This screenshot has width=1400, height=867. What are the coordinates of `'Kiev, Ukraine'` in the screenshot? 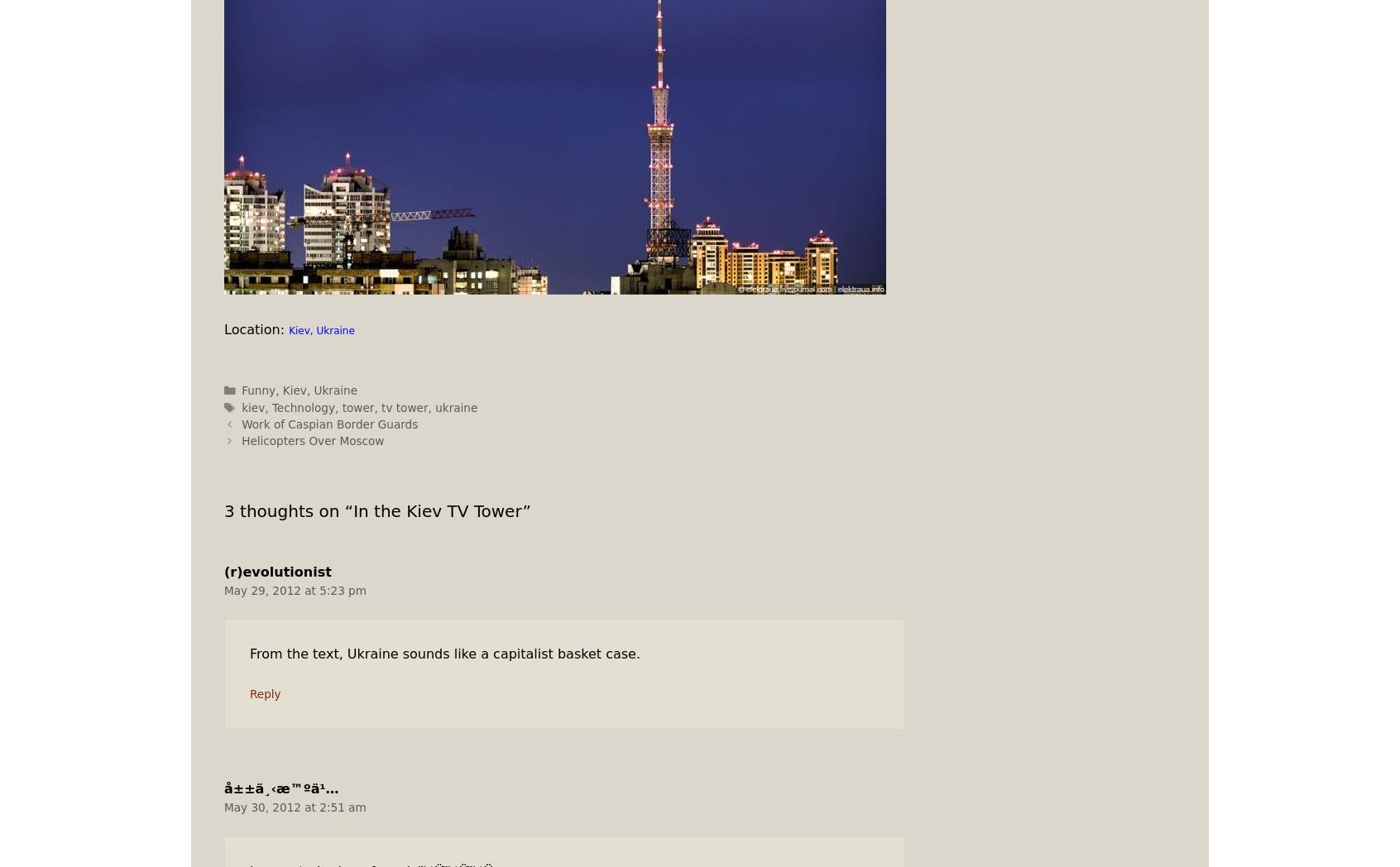 It's located at (288, 331).